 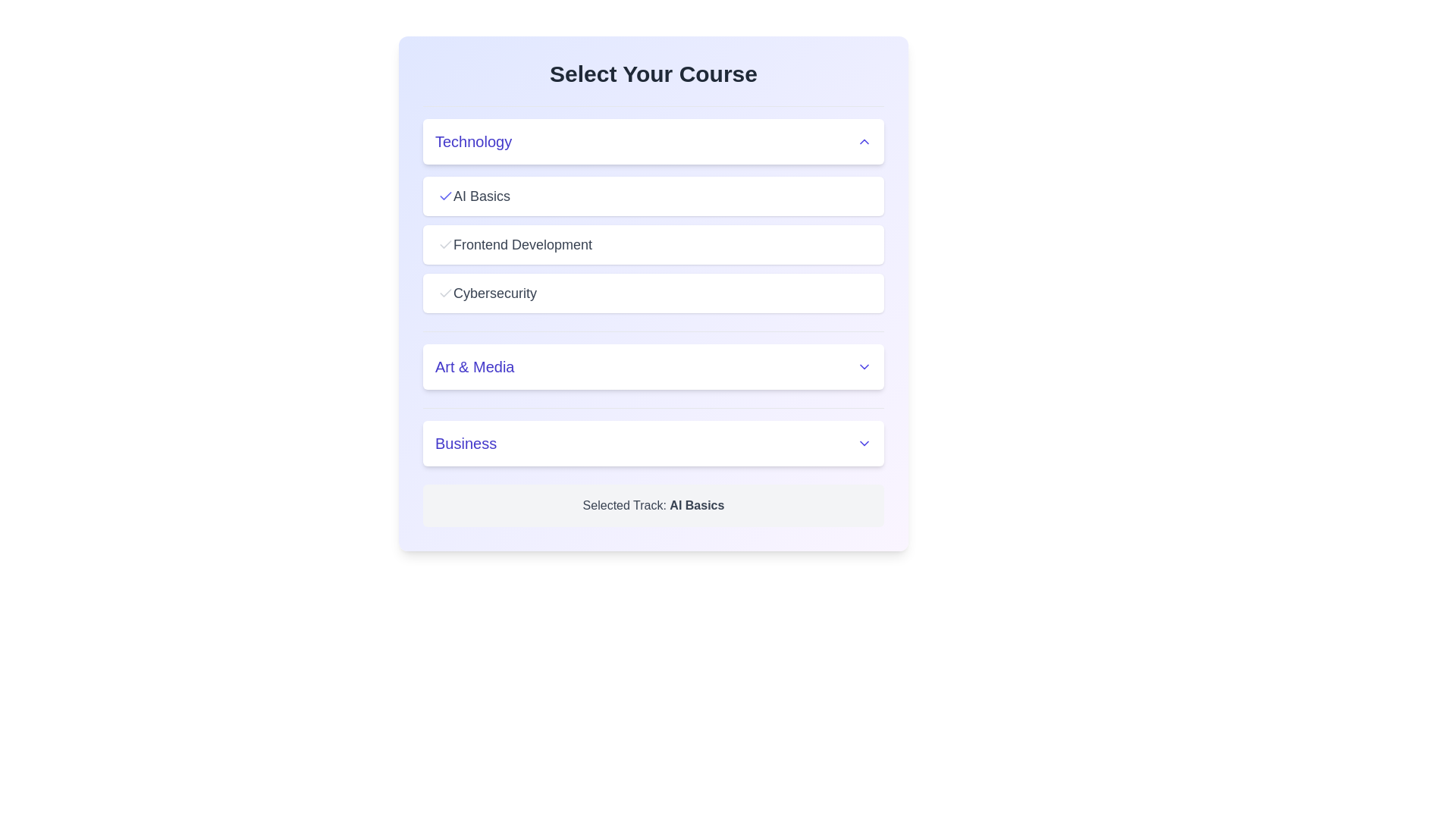 I want to click on the small upward-facing blue chevron icon located to the far right within the 'Technology' section header, so click(x=864, y=141).